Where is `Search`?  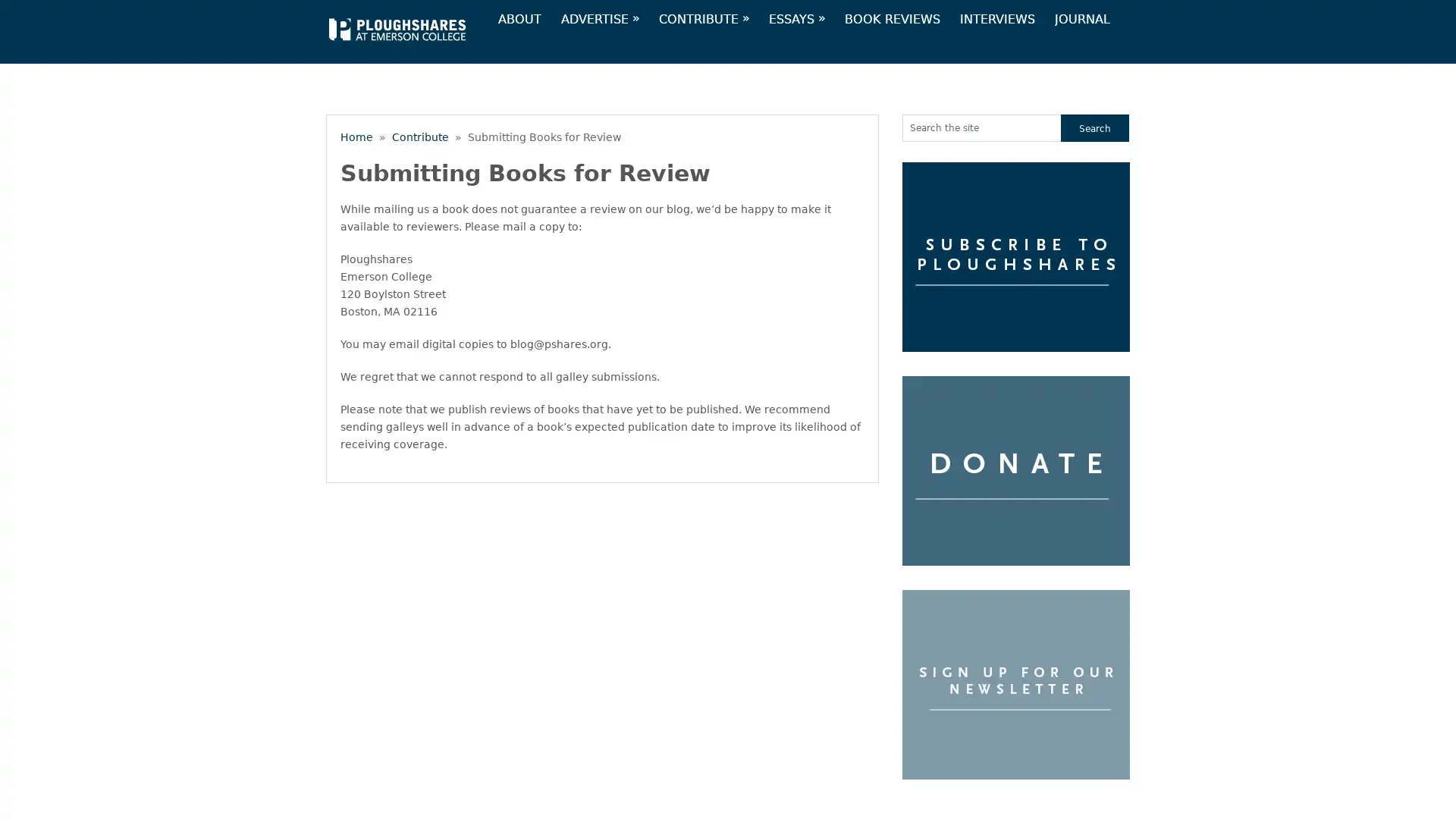
Search is located at coordinates (1095, 127).